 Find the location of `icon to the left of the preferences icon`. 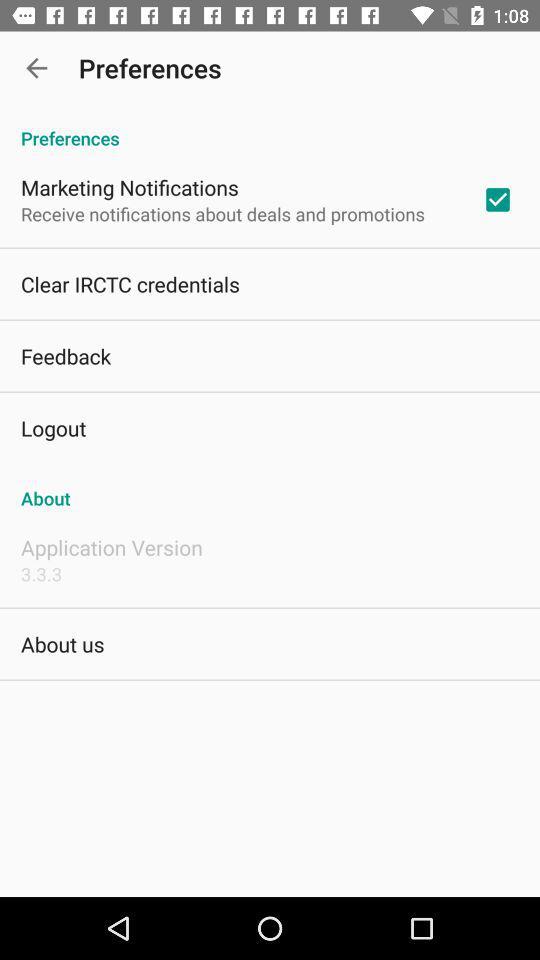

icon to the left of the preferences icon is located at coordinates (36, 68).